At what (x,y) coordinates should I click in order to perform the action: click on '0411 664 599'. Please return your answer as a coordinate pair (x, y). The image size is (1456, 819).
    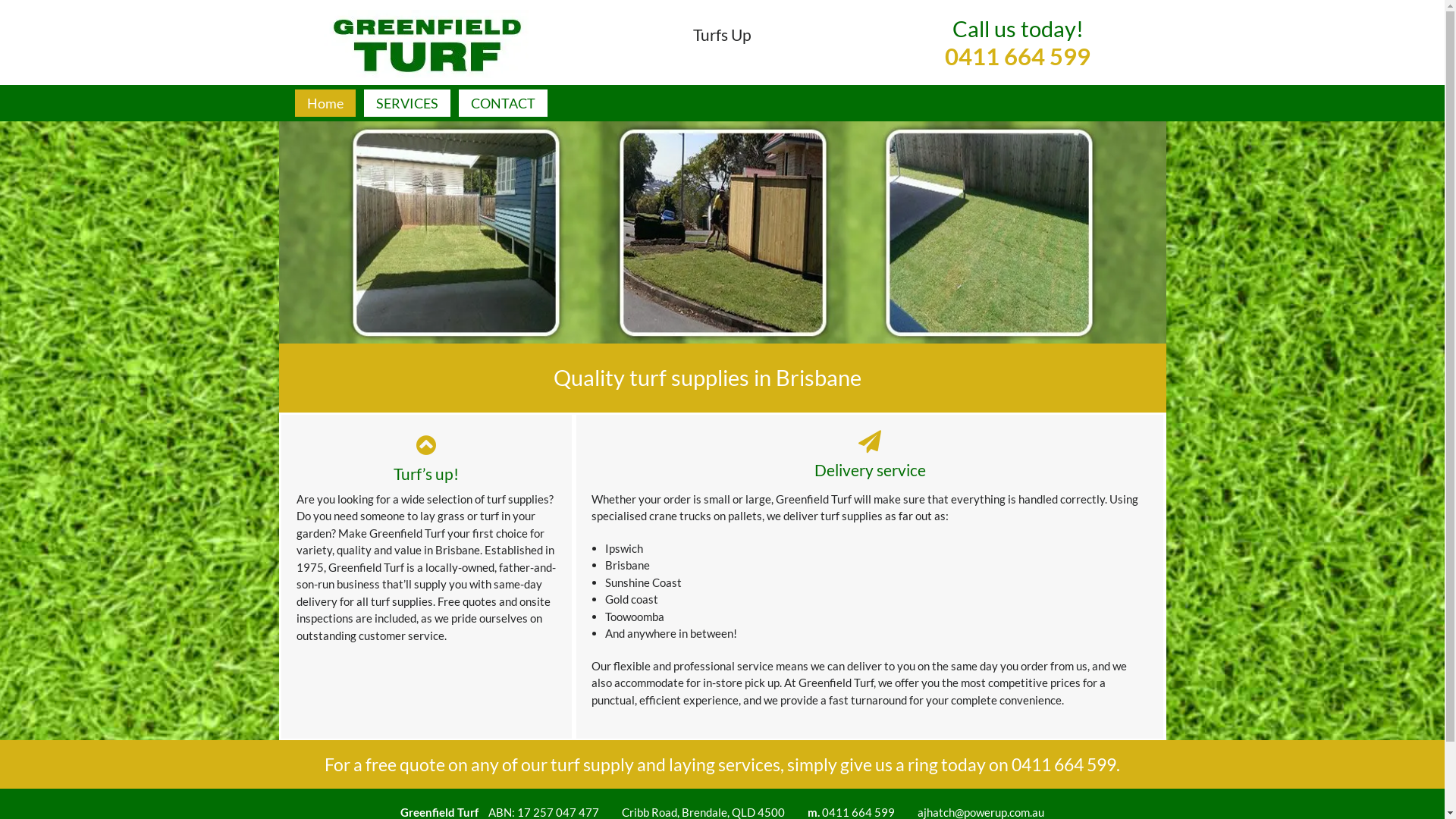
    Looking at the image, I should click on (1062, 764).